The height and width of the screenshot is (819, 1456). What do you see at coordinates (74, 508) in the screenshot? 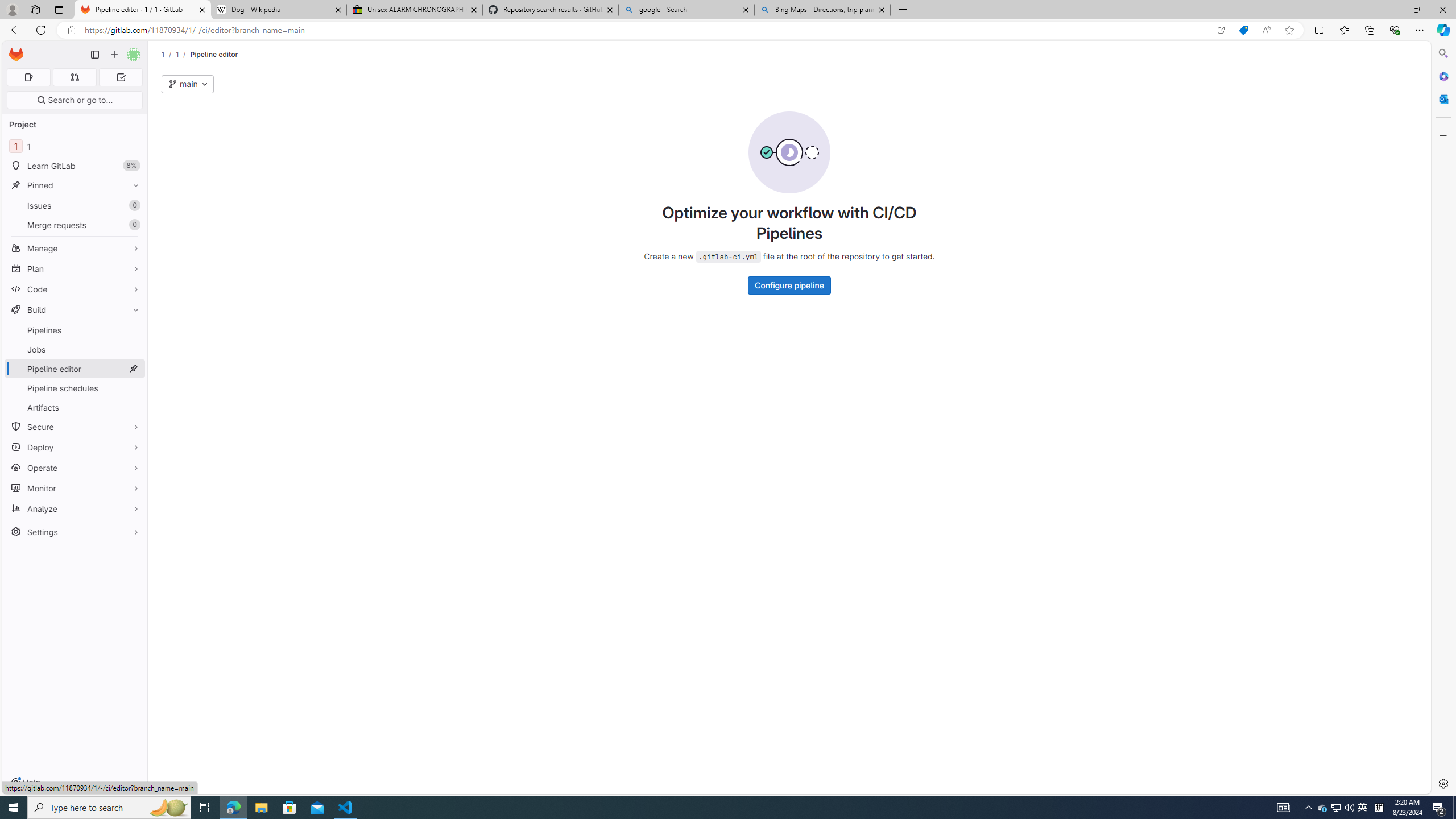
I see `'Analyze'` at bounding box center [74, 508].